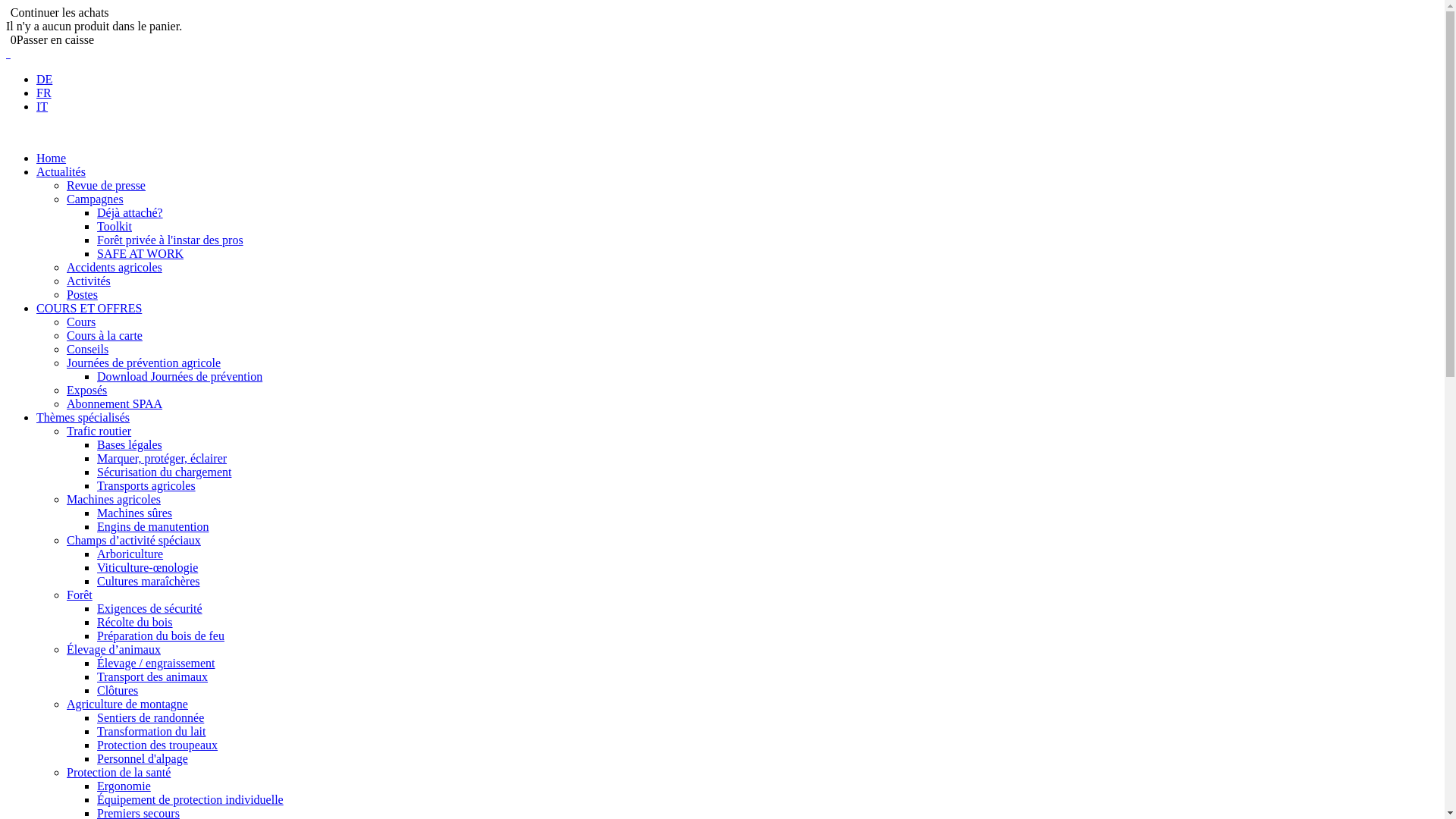 This screenshot has height=819, width=1456. Describe the element at coordinates (65, 266) in the screenshot. I see `'Accidents agricoles'` at that location.